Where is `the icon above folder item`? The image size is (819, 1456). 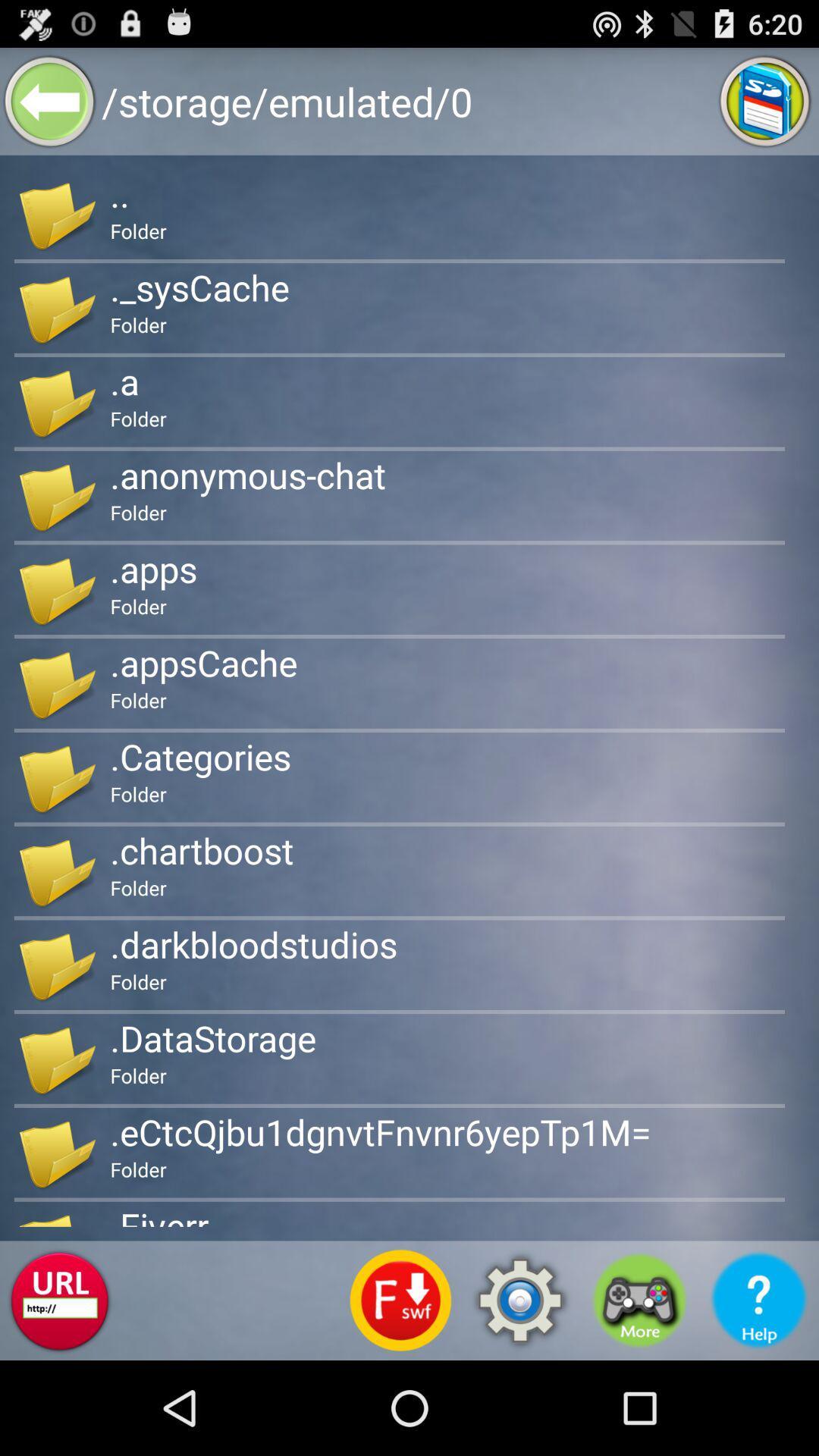 the icon above folder item is located at coordinates (201, 850).